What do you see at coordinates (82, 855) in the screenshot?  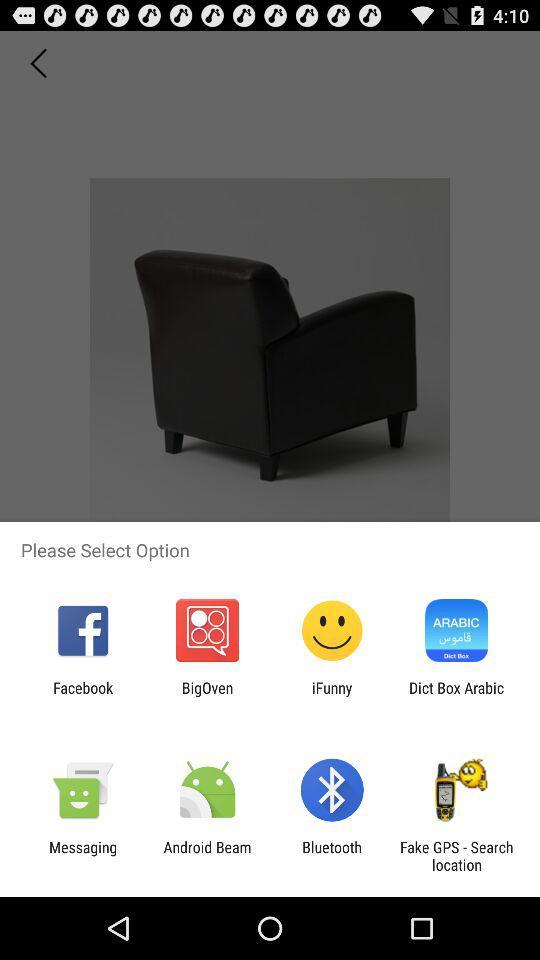 I see `messaging` at bounding box center [82, 855].